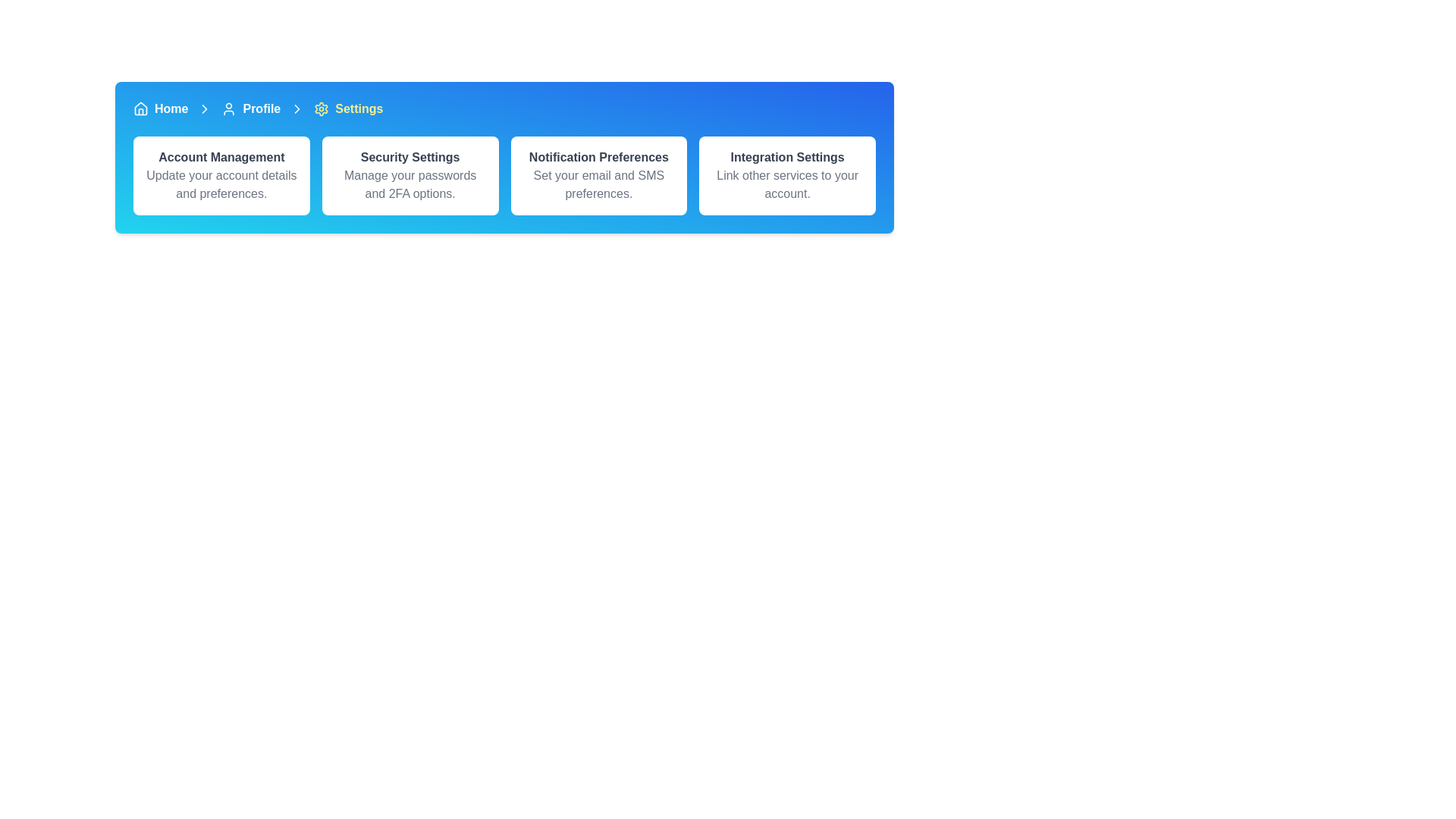  What do you see at coordinates (141, 107) in the screenshot?
I see `the house icon located in the navigation bar to the left of the 'Home' label` at bounding box center [141, 107].